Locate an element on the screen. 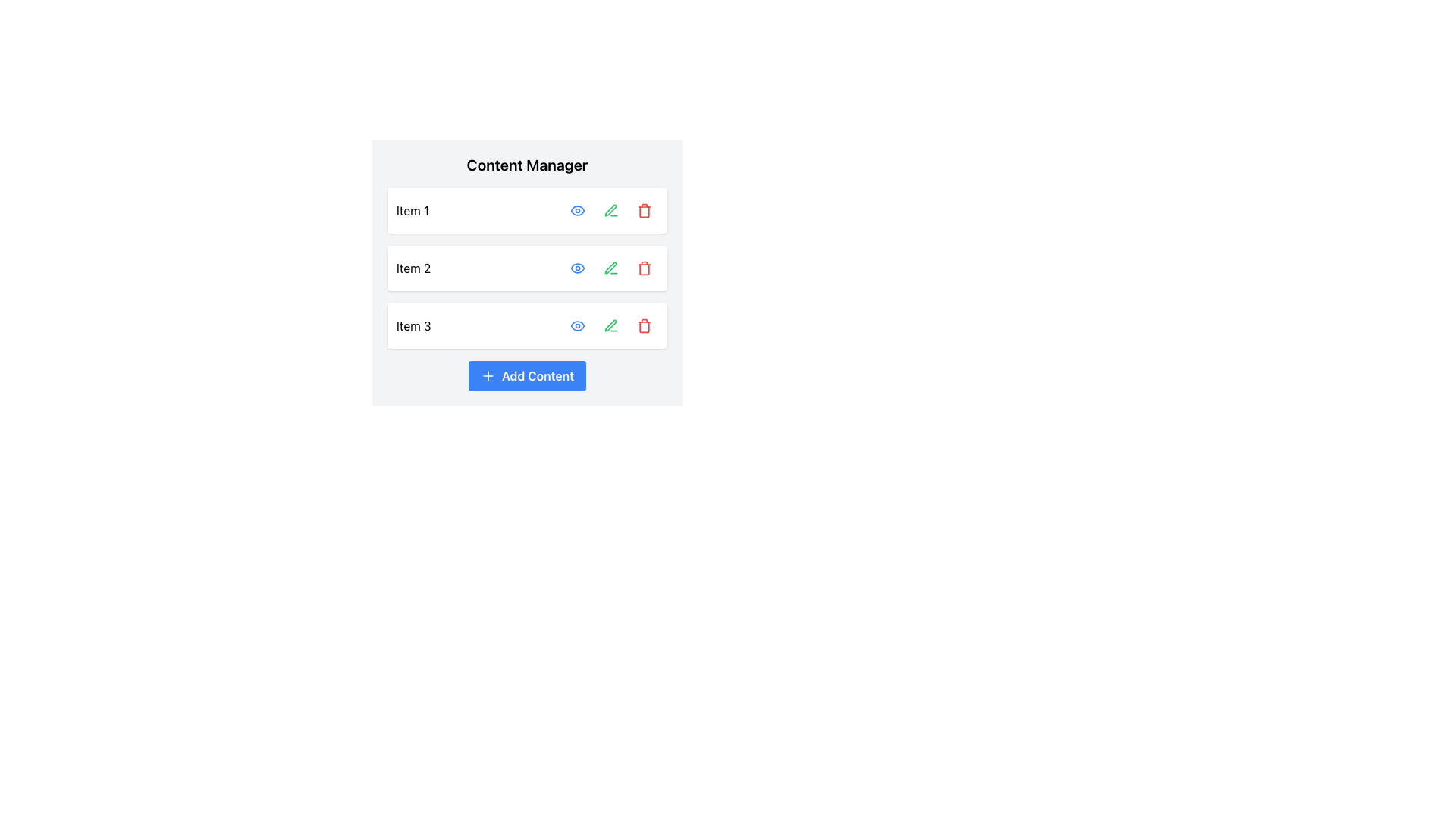 Image resolution: width=1456 pixels, height=819 pixels. the Icon button located next to 'Item 1' in the 'Content Manager' section is located at coordinates (611, 210).